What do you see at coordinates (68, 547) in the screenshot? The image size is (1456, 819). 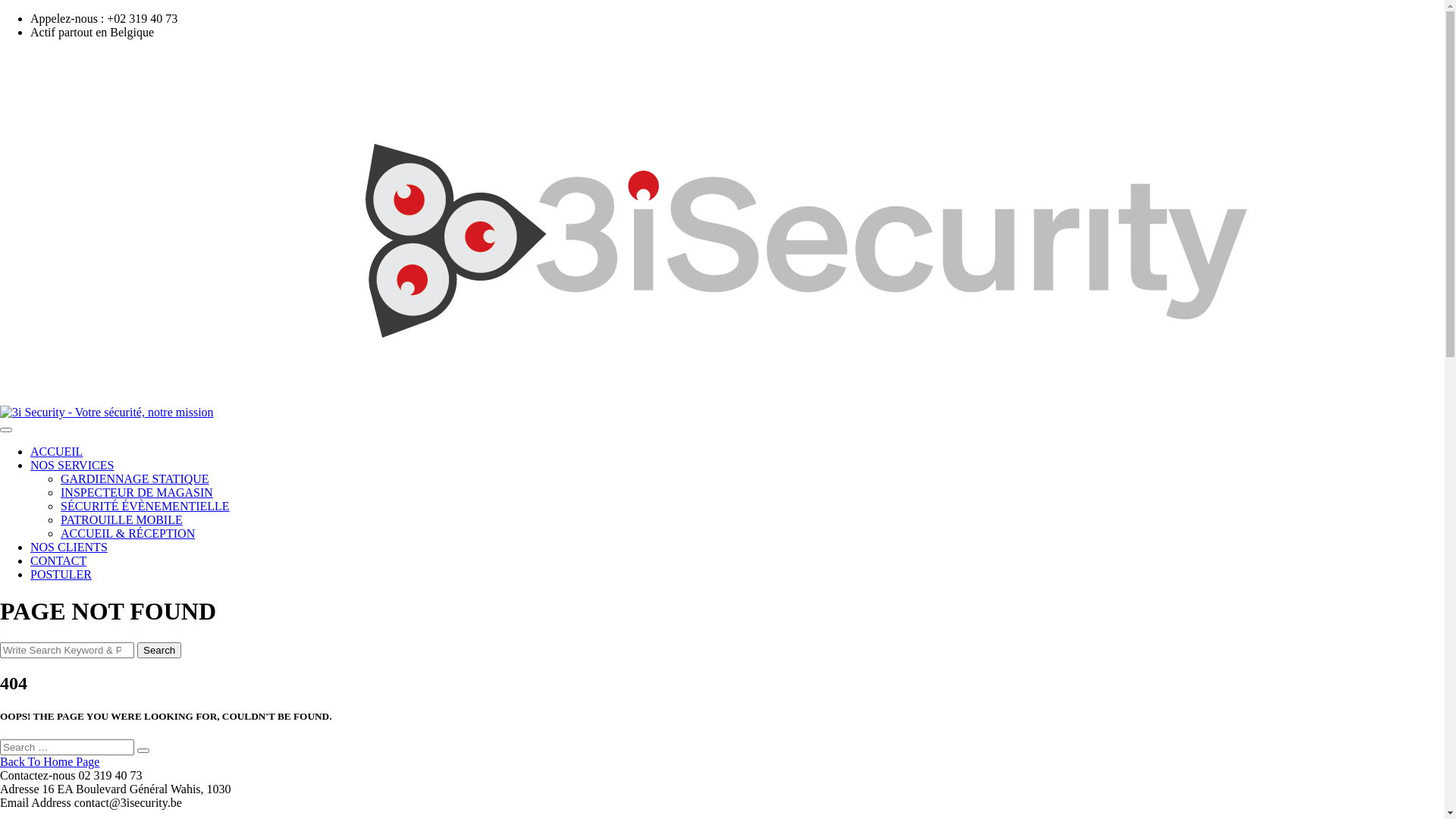 I see `'NOS CLIENTS'` at bounding box center [68, 547].